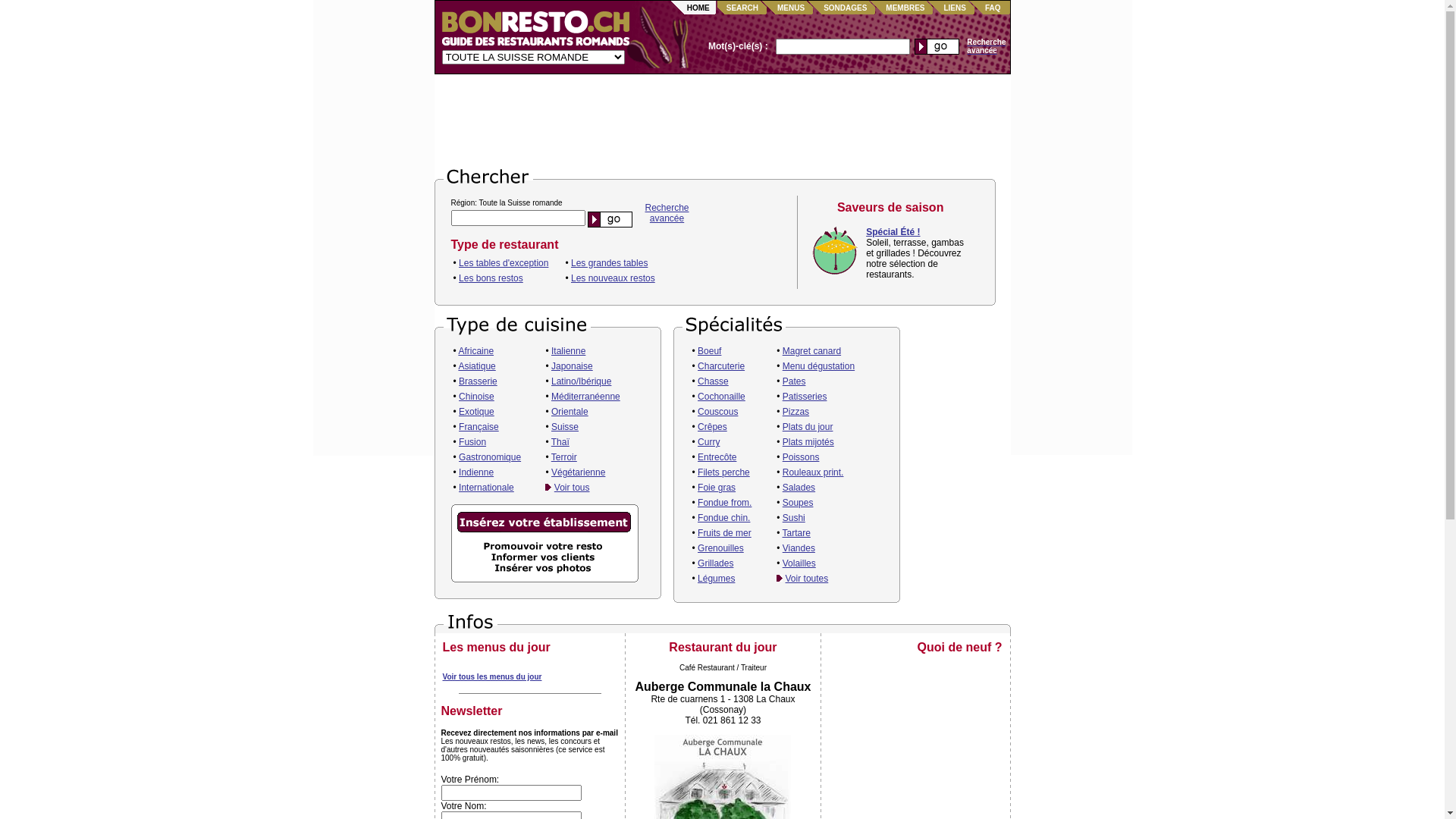 This screenshot has height=819, width=1456. Describe the element at coordinates (567, 350) in the screenshot. I see `'Italienne'` at that location.